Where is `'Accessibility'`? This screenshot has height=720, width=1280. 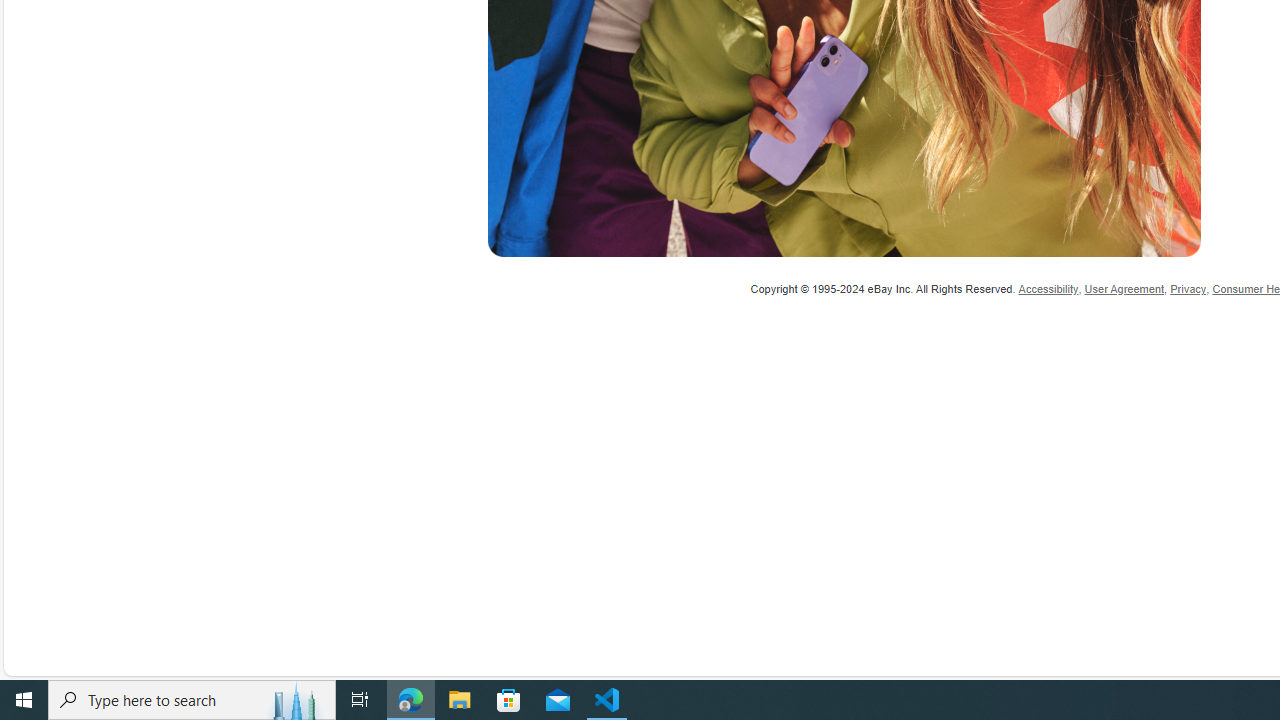 'Accessibility' is located at coordinates (1047, 289).